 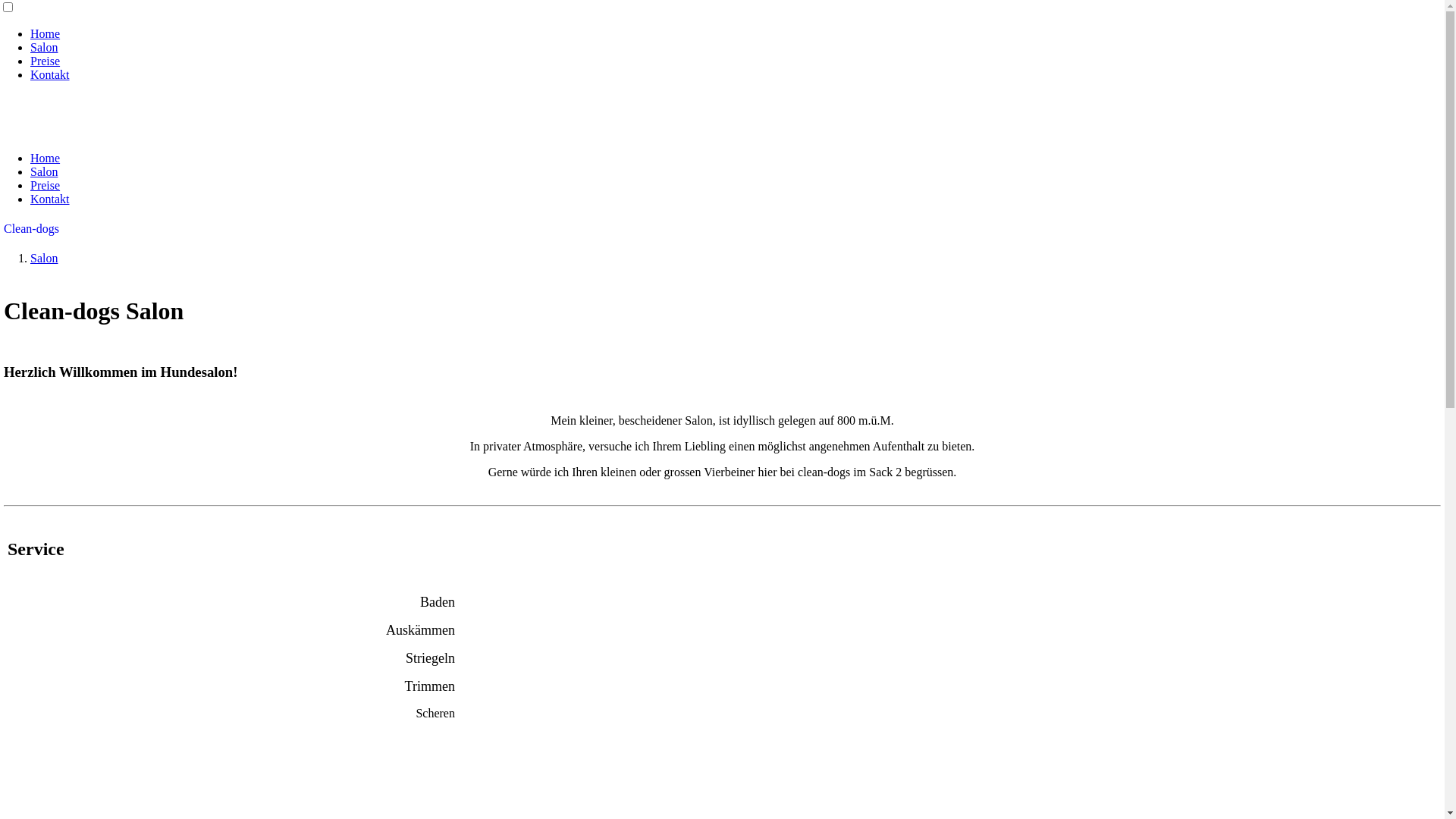 I want to click on 'Home', so click(x=45, y=33).